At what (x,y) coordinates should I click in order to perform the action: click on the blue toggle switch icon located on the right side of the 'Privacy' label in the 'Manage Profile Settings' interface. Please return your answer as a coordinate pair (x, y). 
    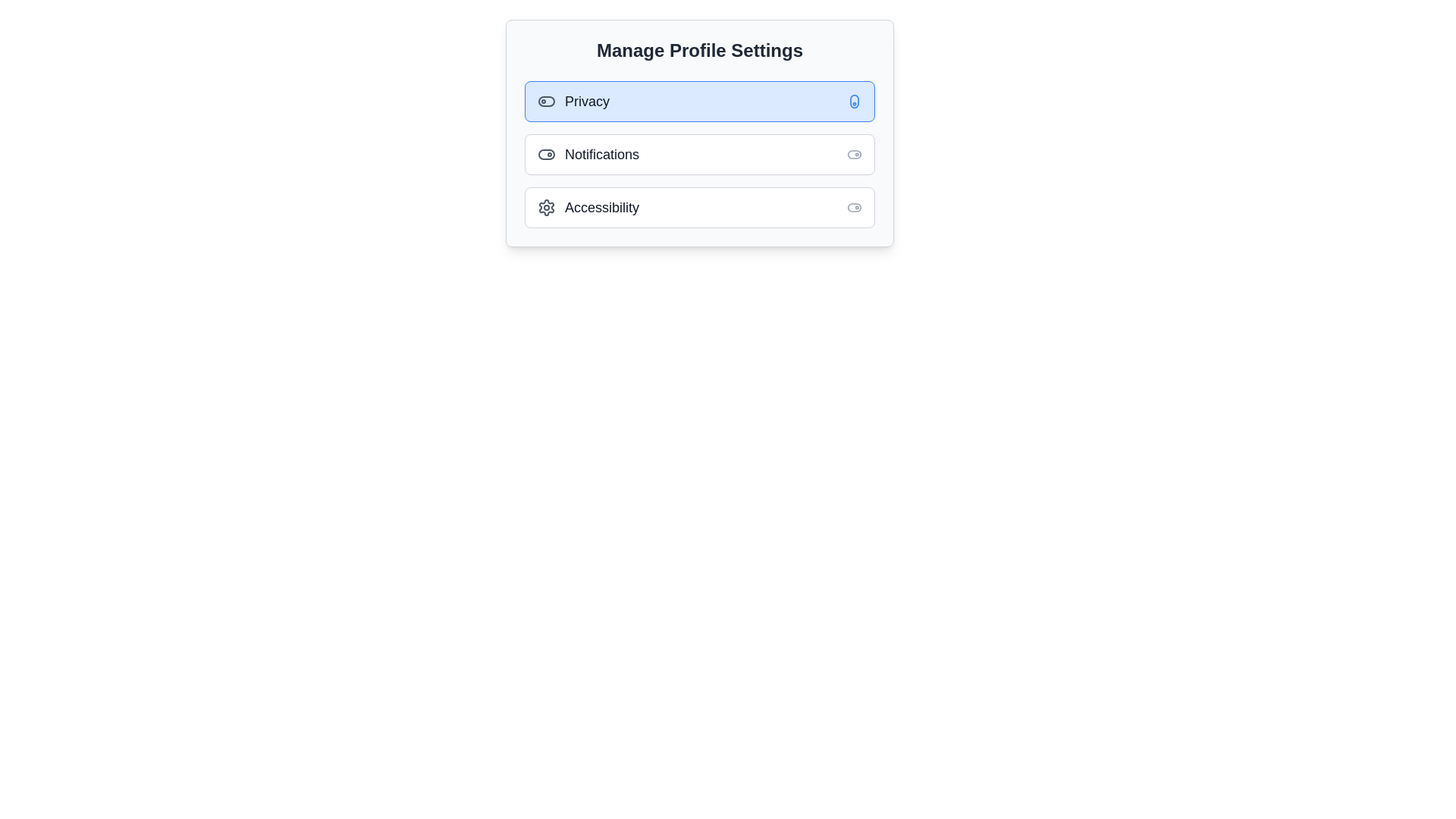
    Looking at the image, I should click on (855, 102).